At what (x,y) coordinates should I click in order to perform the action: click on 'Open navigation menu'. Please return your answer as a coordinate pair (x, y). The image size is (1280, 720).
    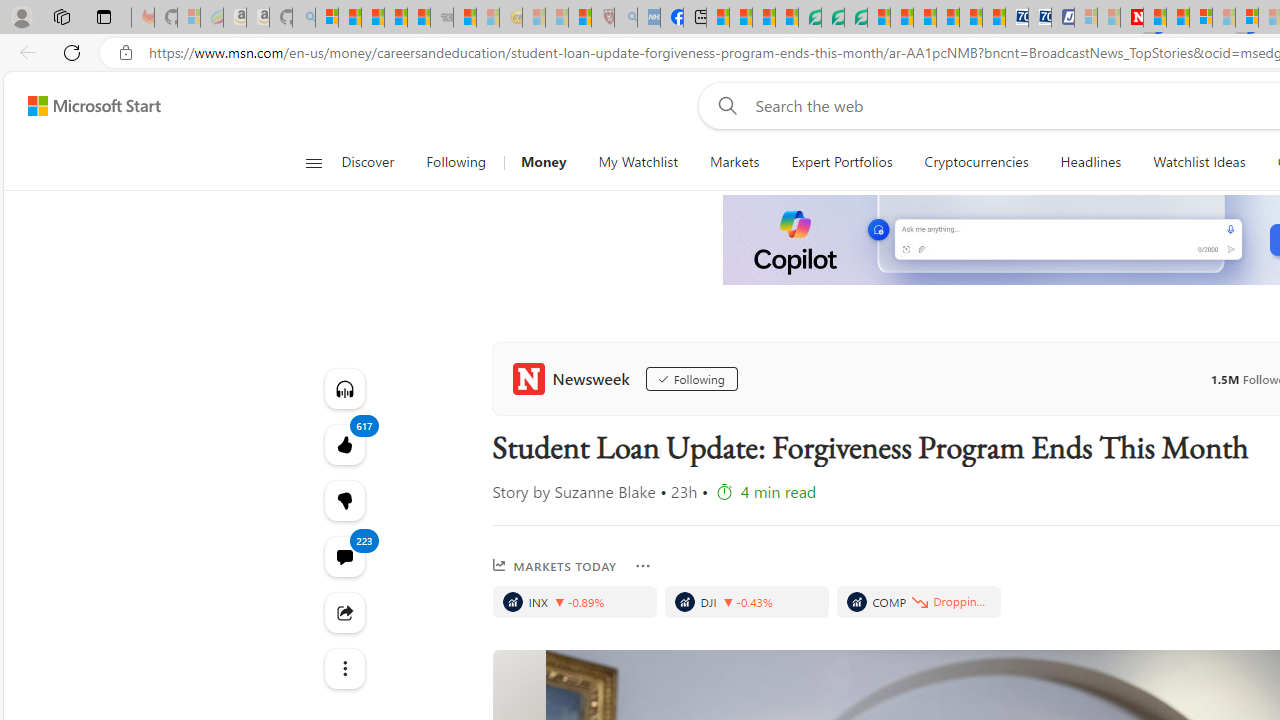
    Looking at the image, I should click on (312, 162).